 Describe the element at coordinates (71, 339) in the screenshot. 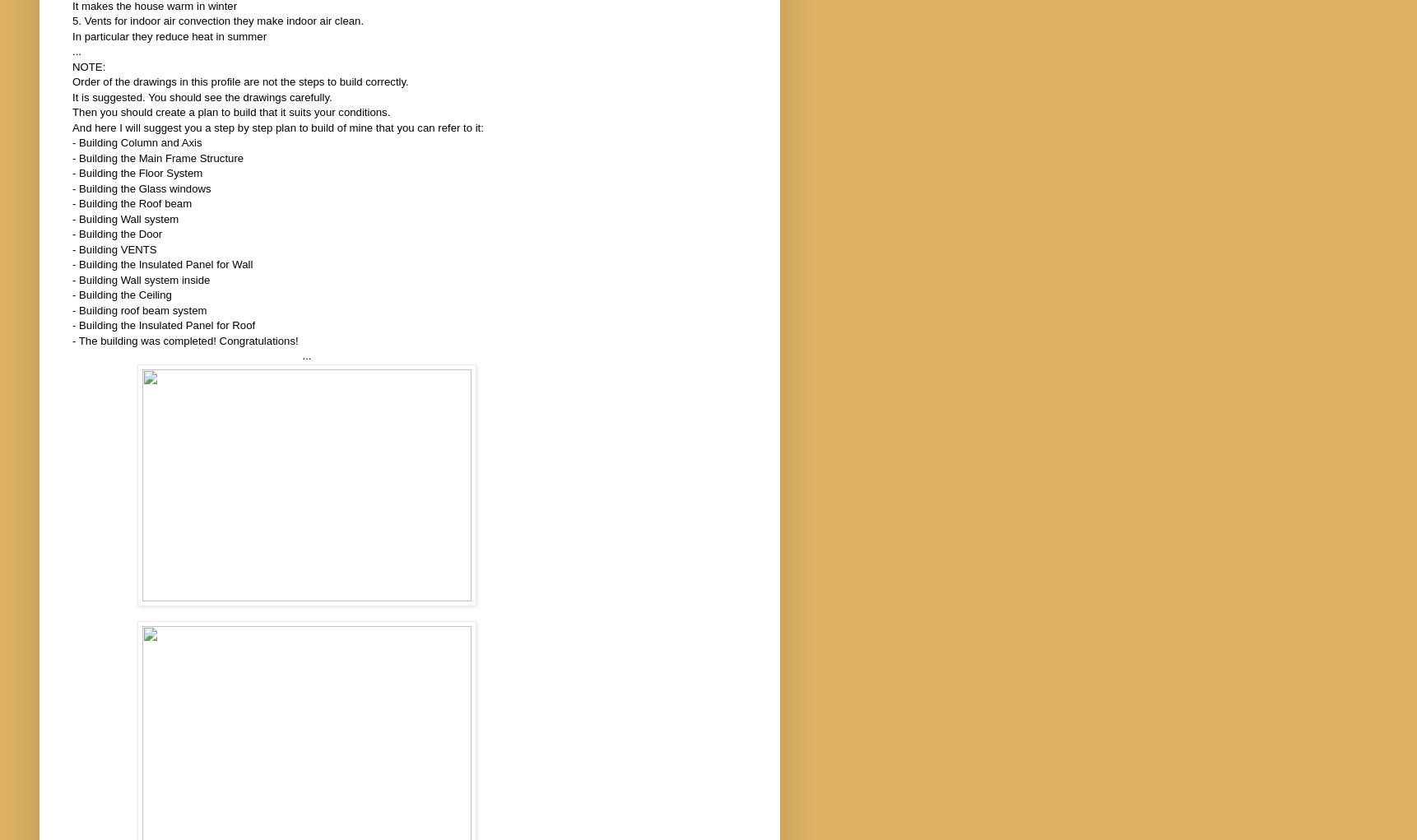

I see `'- The building was completed! Congratulations!'` at that location.